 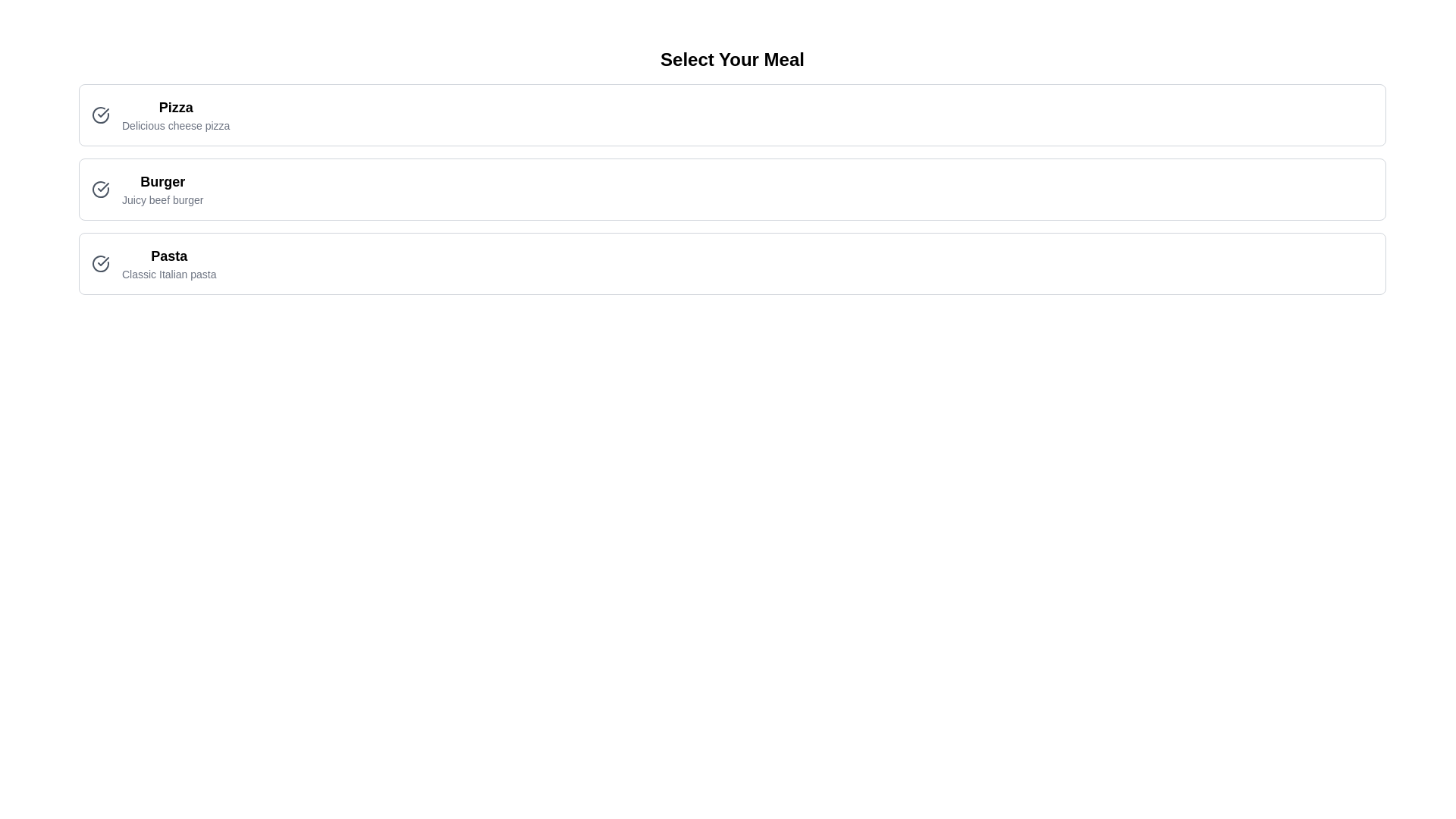 I want to click on the visual indicator icon representing the selection state of the 'Pizza' item in the menu, located above the 'Burger' and 'Pasta' items, so click(x=102, y=112).